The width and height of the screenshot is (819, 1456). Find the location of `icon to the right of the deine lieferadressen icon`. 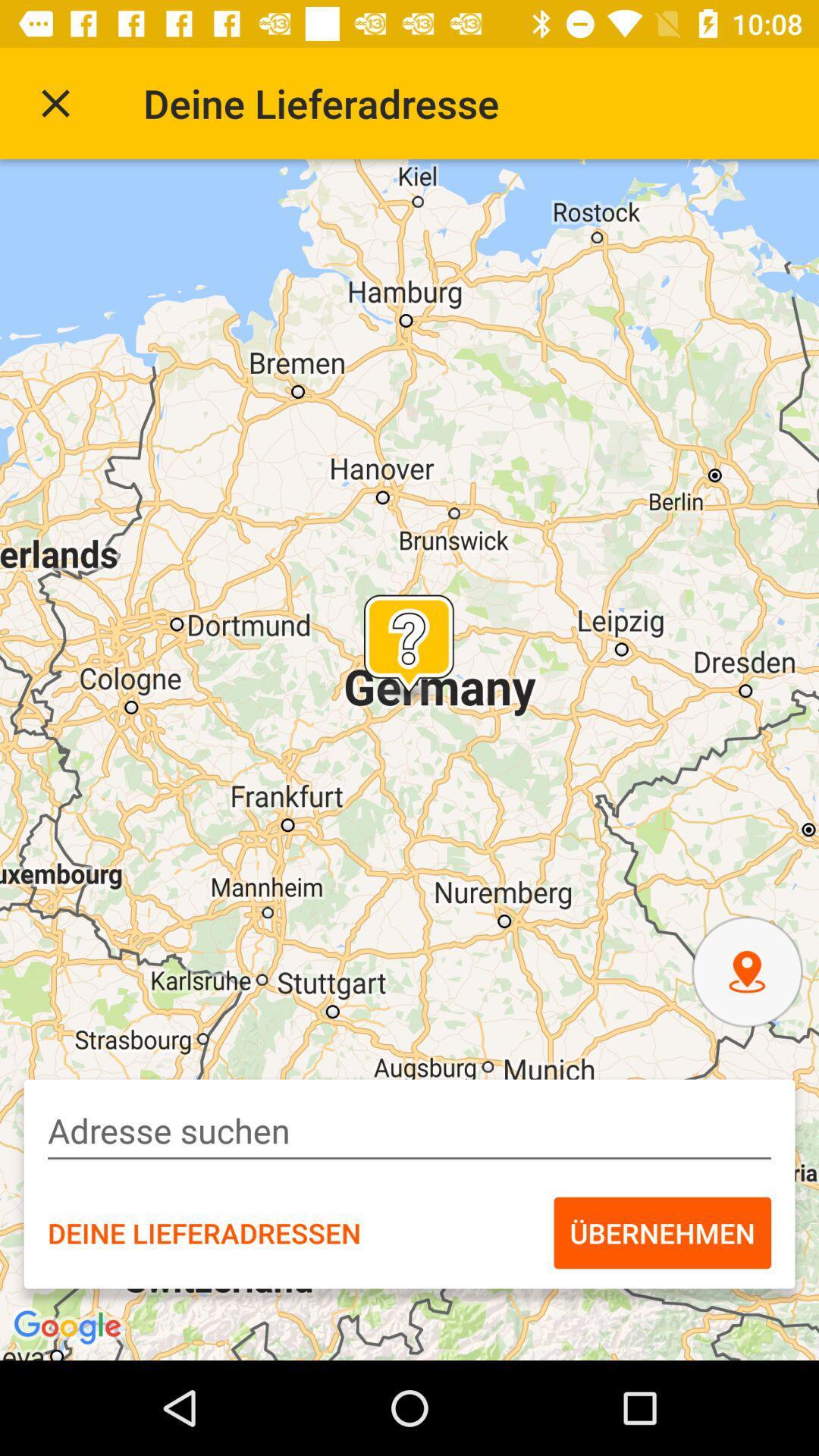

icon to the right of the deine lieferadressen icon is located at coordinates (661, 1233).